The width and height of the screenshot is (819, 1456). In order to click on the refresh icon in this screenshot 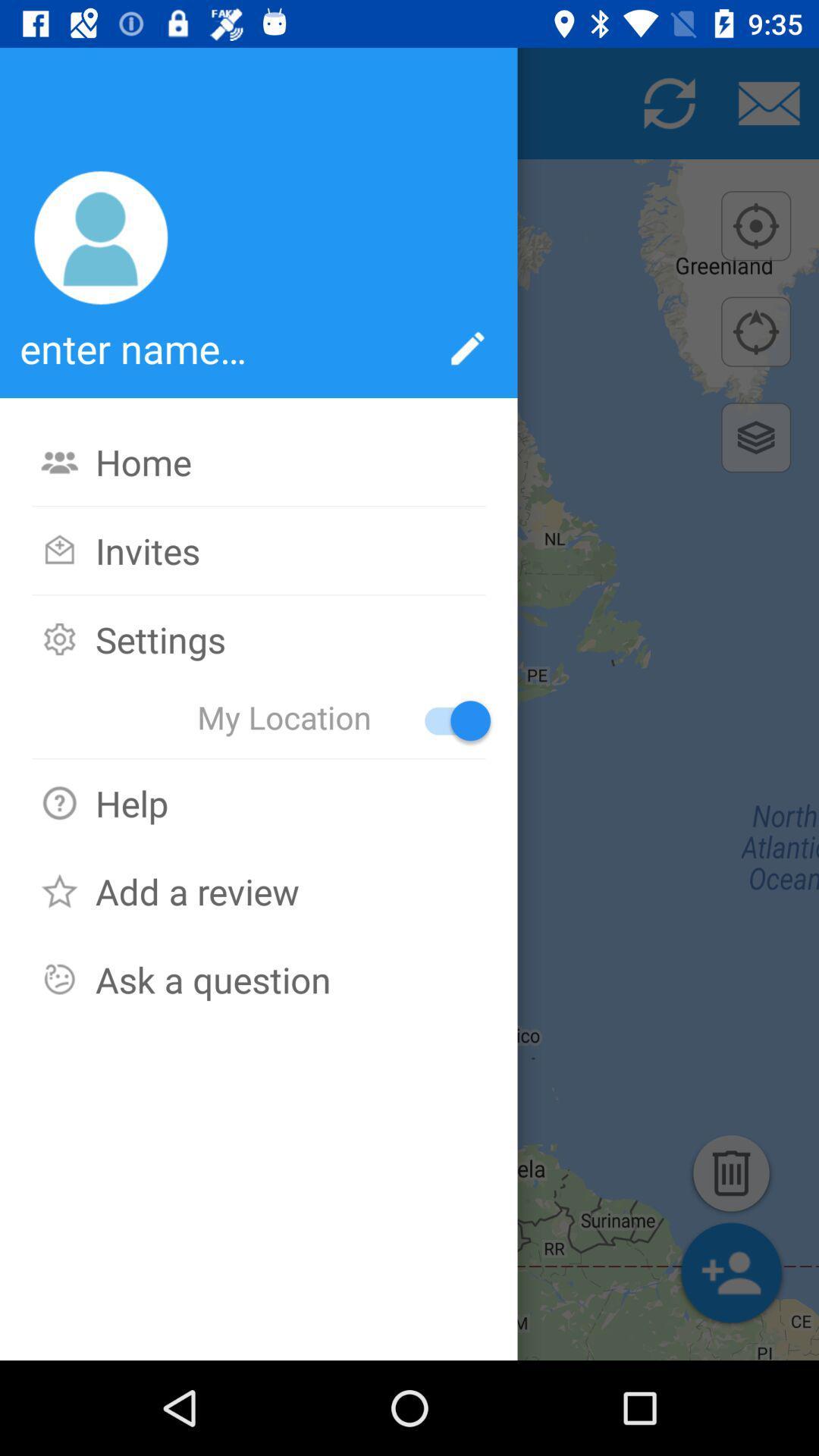, I will do `click(669, 102)`.